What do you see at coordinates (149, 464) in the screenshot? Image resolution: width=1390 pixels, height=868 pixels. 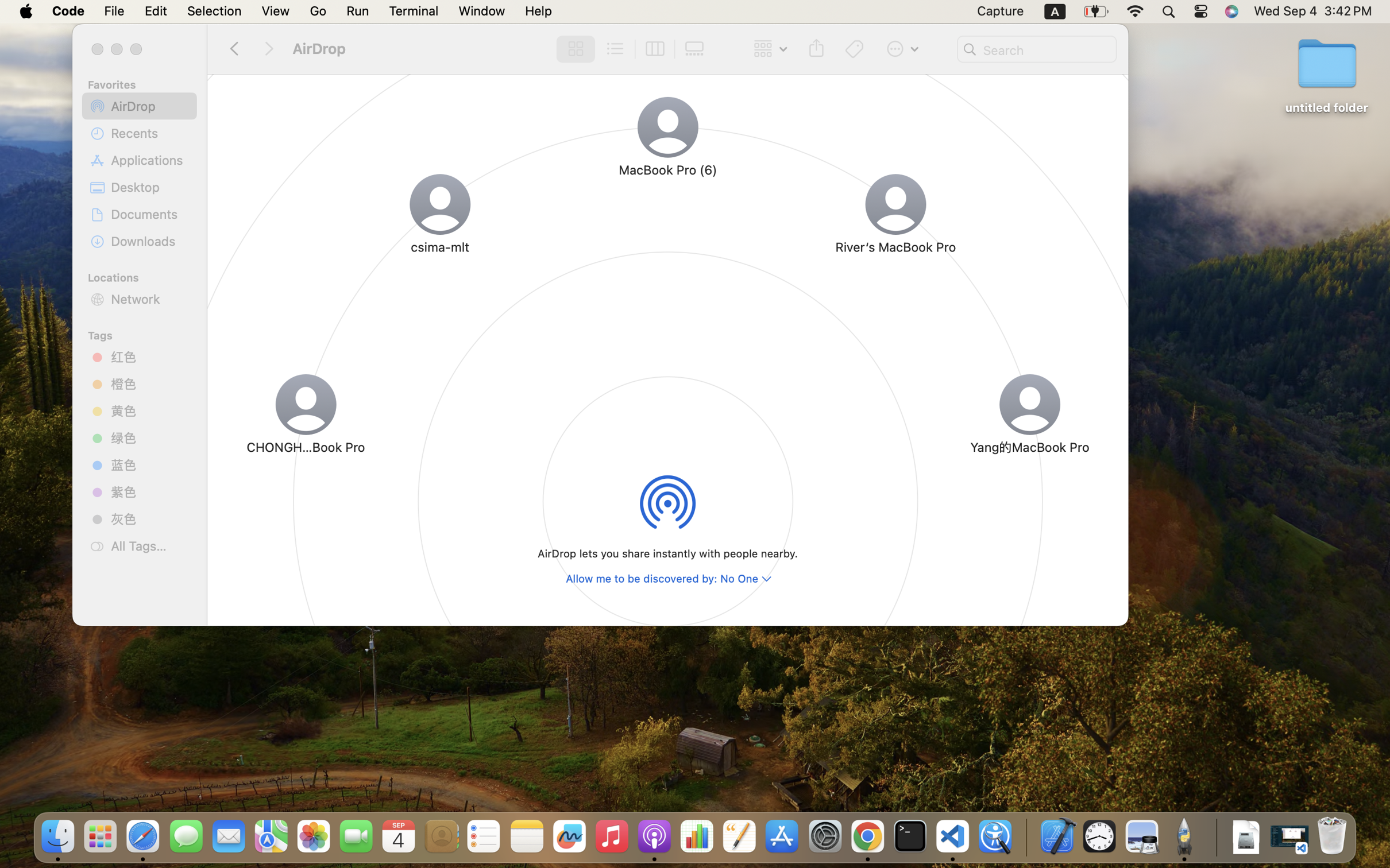 I see `'蓝色'` at bounding box center [149, 464].